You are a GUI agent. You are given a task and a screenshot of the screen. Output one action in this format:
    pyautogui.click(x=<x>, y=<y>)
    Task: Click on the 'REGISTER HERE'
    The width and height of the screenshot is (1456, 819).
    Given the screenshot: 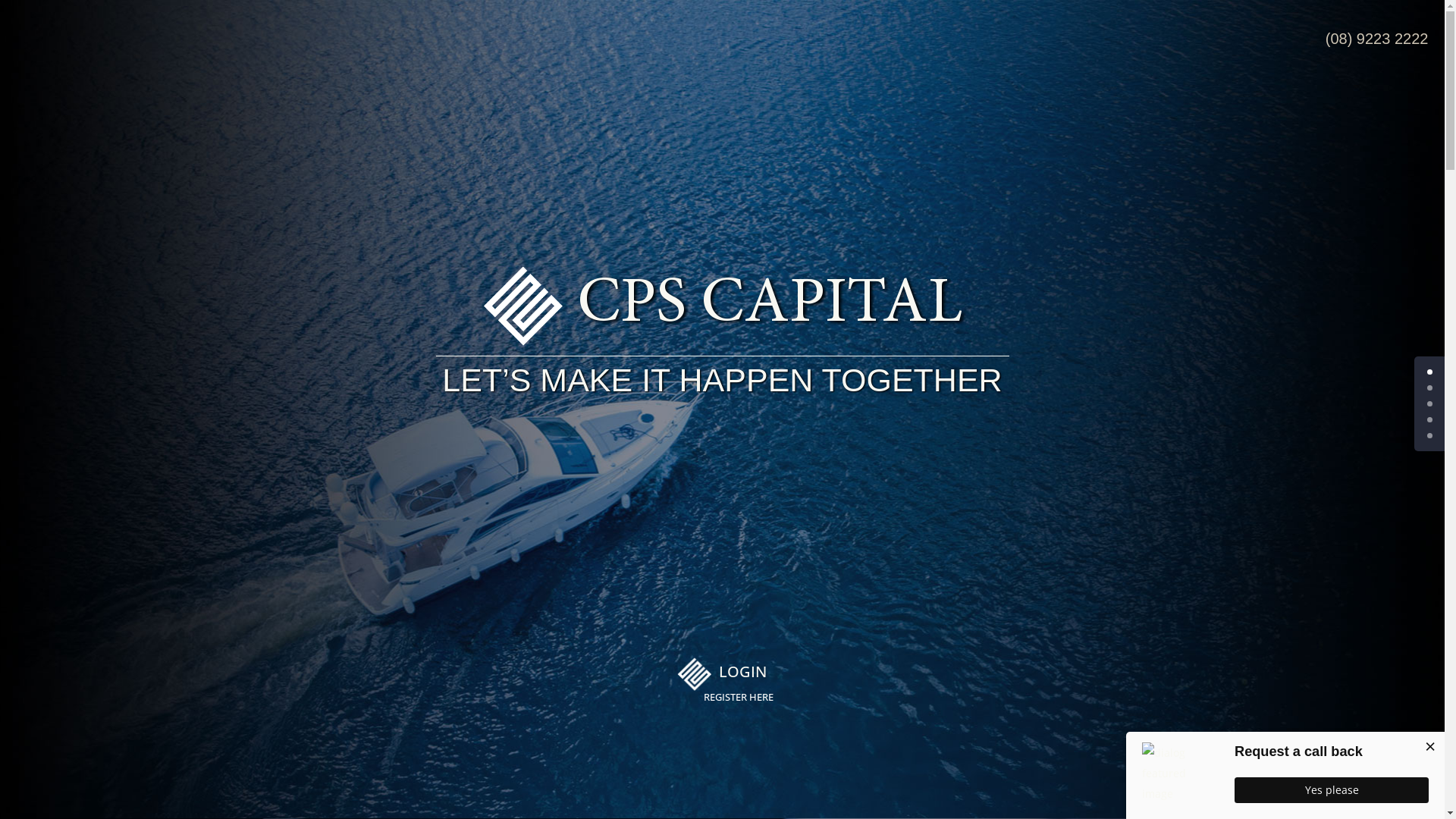 What is the action you would take?
    pyautogui.click(x=702, y=698)
    